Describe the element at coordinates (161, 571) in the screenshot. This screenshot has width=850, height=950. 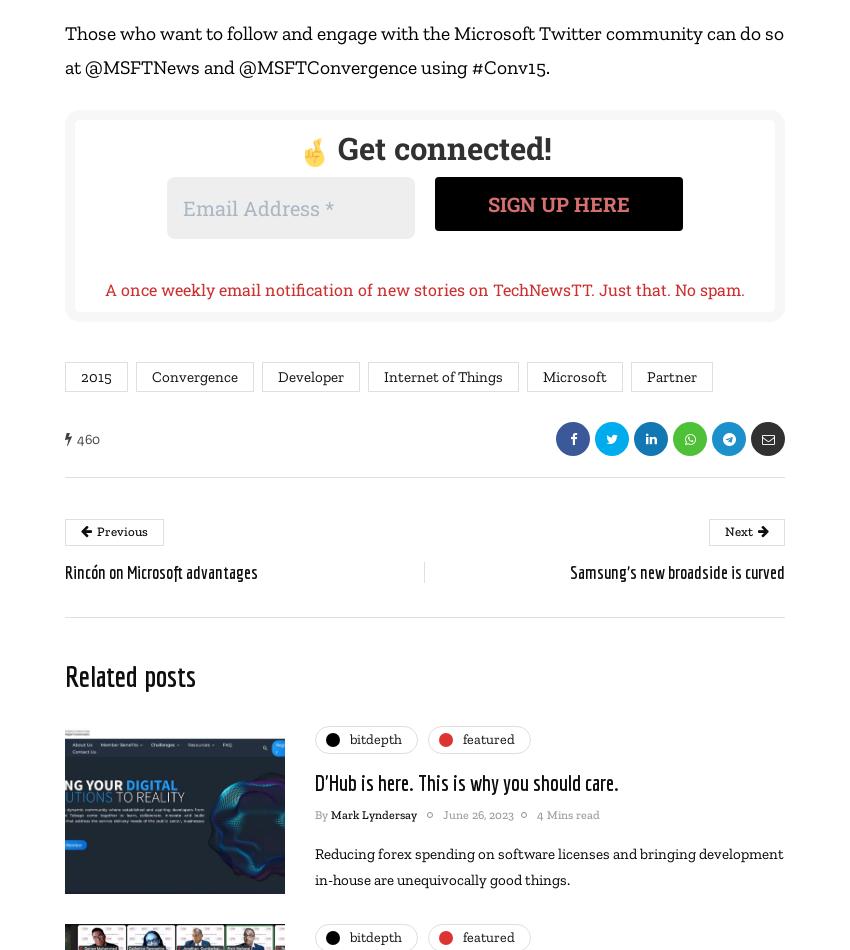
I see `'Rincón on Microsoft advantages'` at that location.